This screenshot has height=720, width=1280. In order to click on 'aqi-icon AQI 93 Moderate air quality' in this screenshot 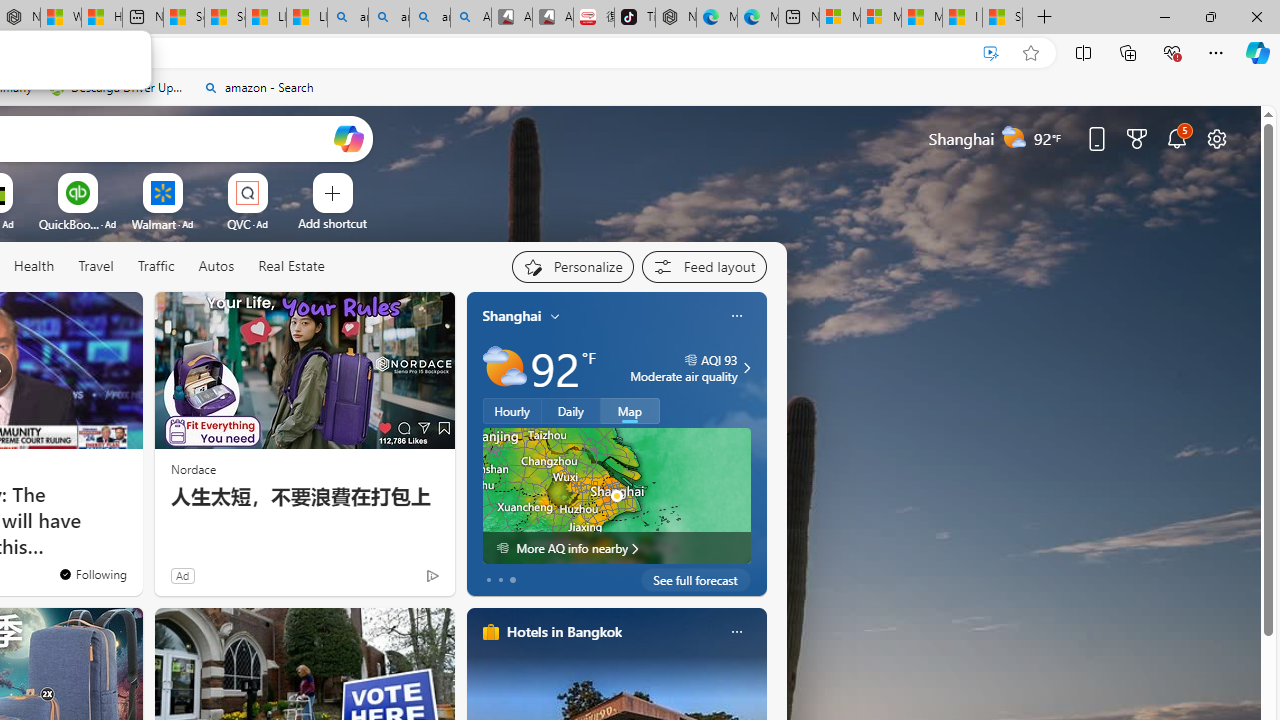, I will do `click(684, 367)`.